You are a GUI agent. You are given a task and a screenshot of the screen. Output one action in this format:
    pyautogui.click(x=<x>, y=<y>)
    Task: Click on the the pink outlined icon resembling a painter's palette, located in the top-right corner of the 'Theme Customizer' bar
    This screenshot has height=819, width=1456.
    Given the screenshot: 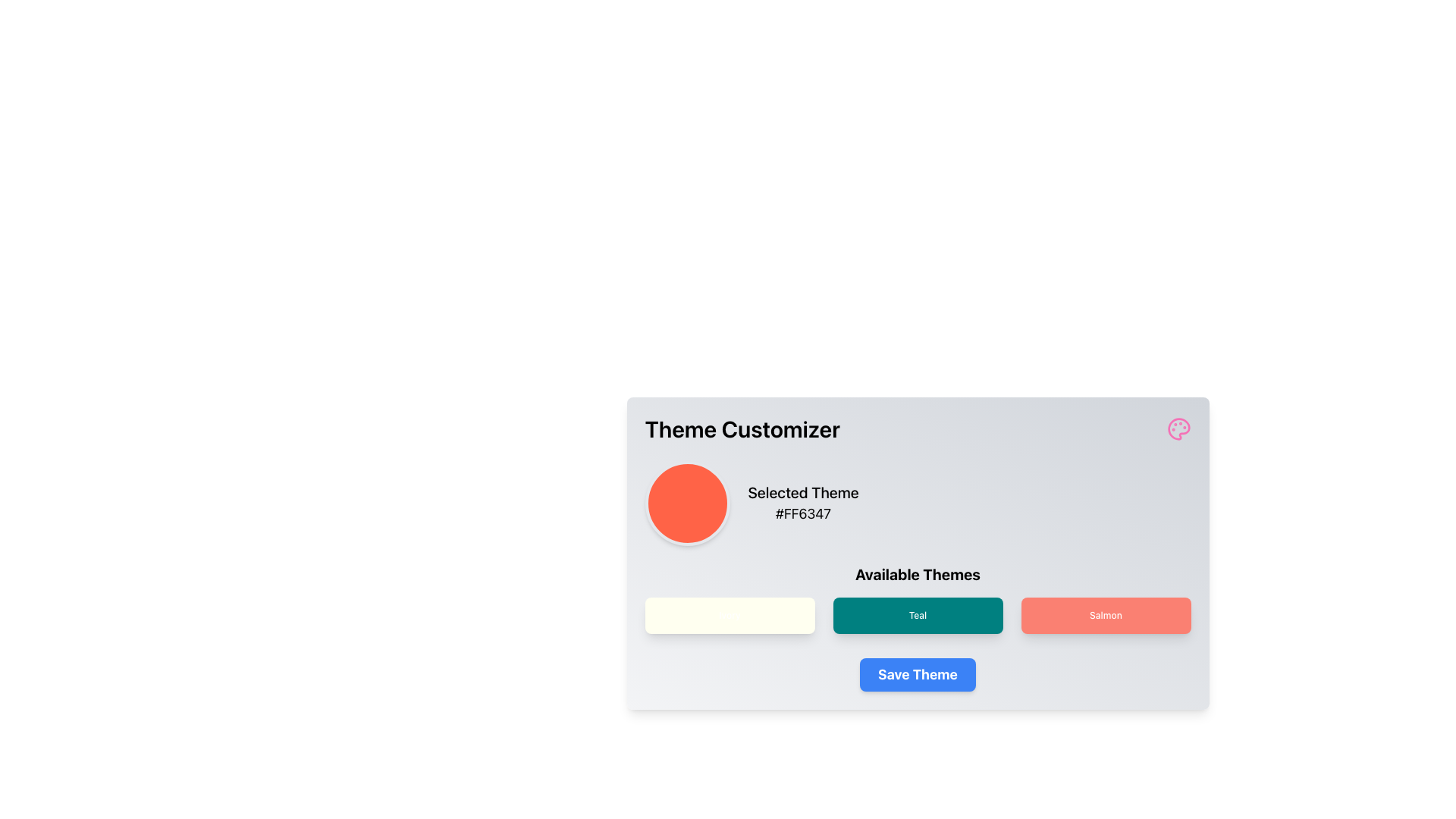 What is the action you would take?
    pyautogui.click(x=1178, y=429)
    